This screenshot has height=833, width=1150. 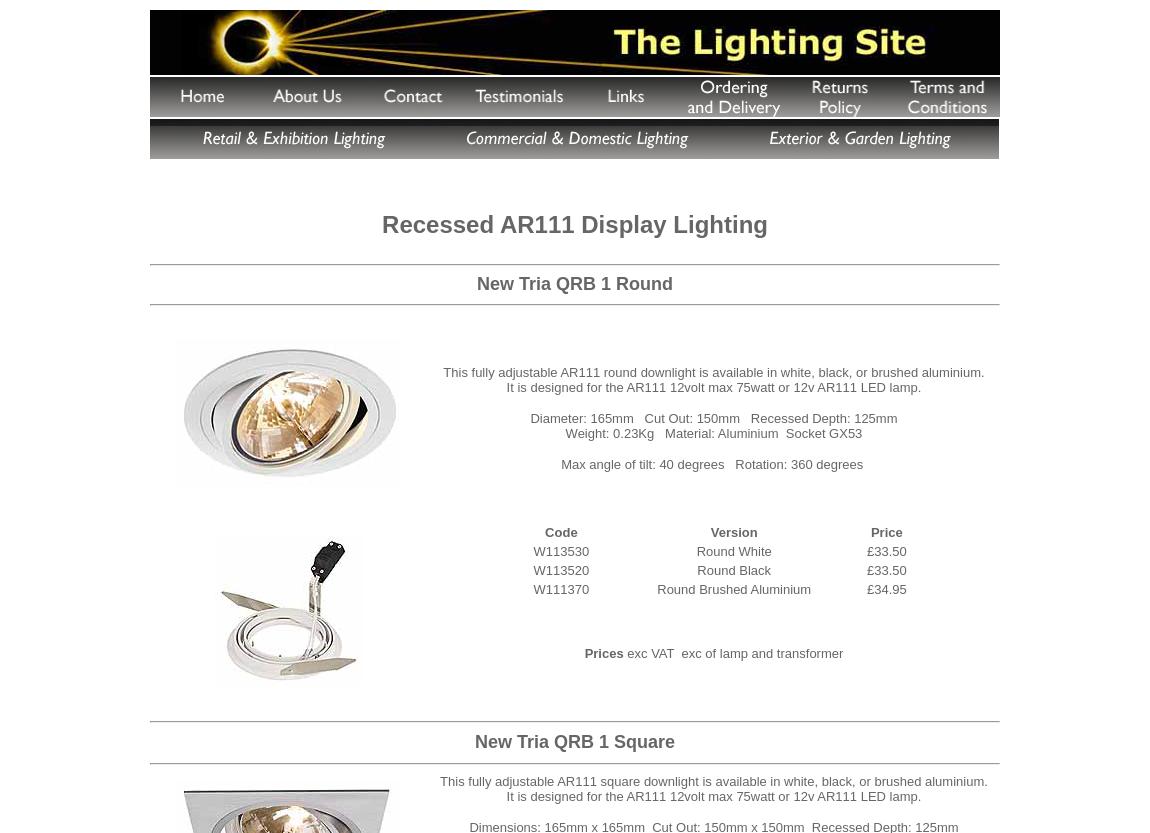 I want to click on 'New 
        Tria QRB 1 Round', so click(x=574, y=283).